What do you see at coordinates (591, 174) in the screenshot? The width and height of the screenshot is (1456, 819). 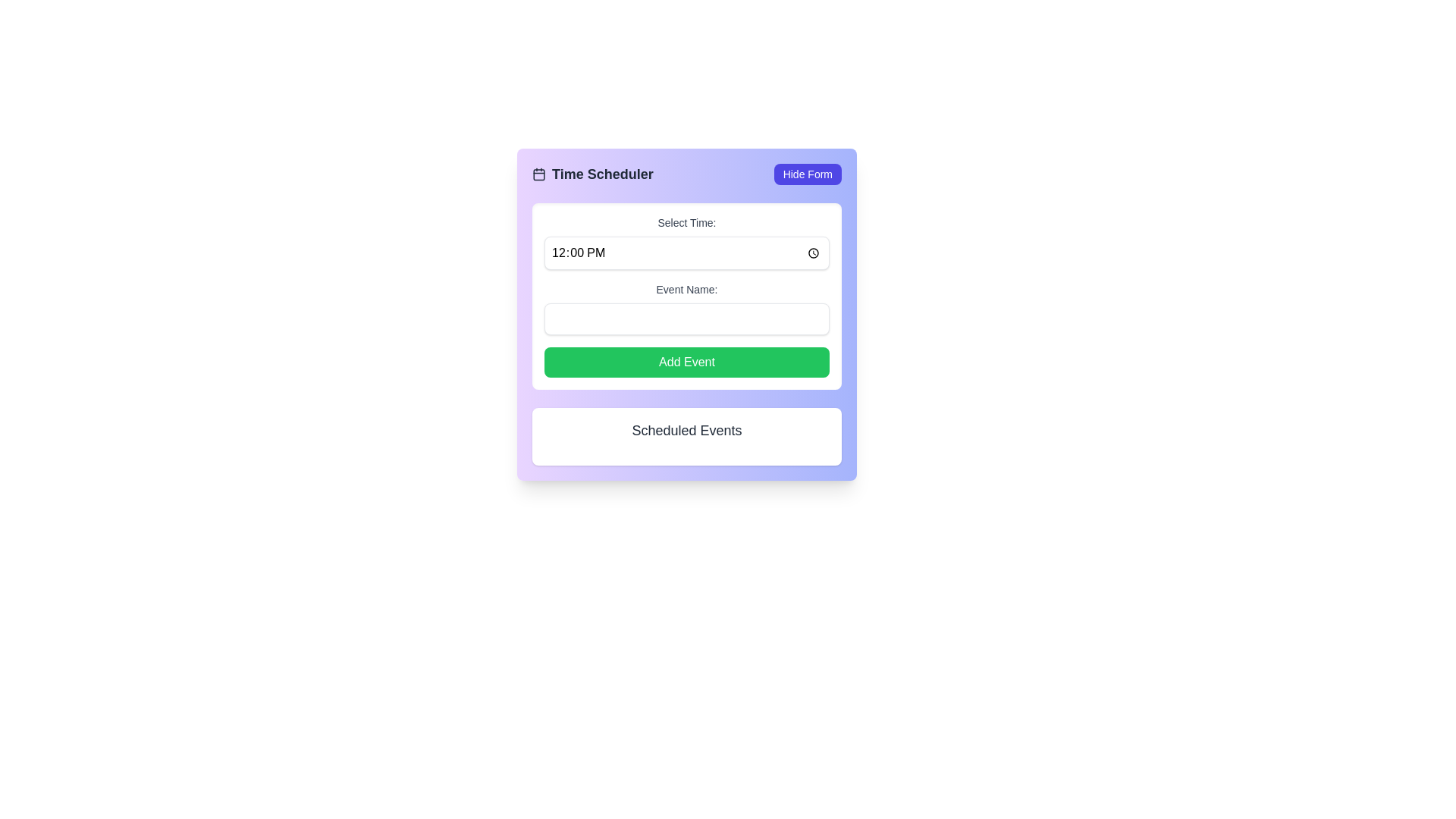 I see `header text labeled 'Time Scheduler' located in the upper-left corner of the form interface, which is styled in bold gray and accompanied by a calendar icon` at bounding box center [591, 174].